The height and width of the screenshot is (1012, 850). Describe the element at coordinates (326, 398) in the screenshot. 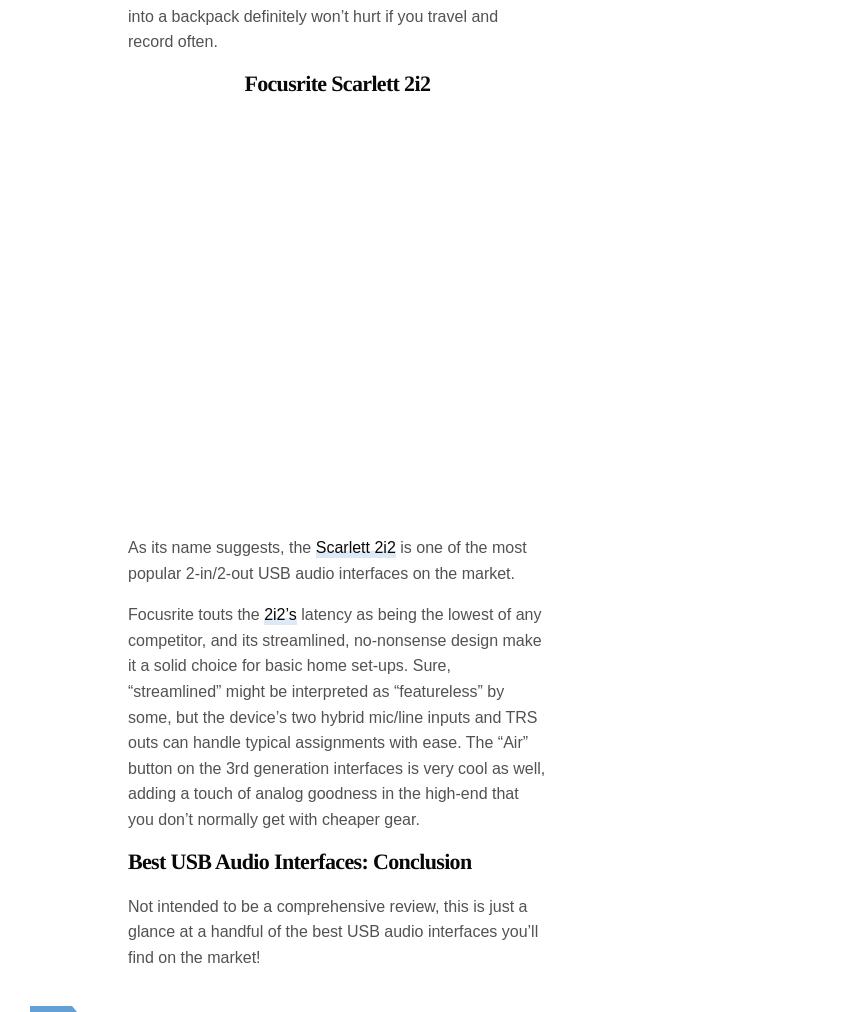

I see `'is one of the most popular 2-in/2-out USB audio interfaces on the market.'` at that location.